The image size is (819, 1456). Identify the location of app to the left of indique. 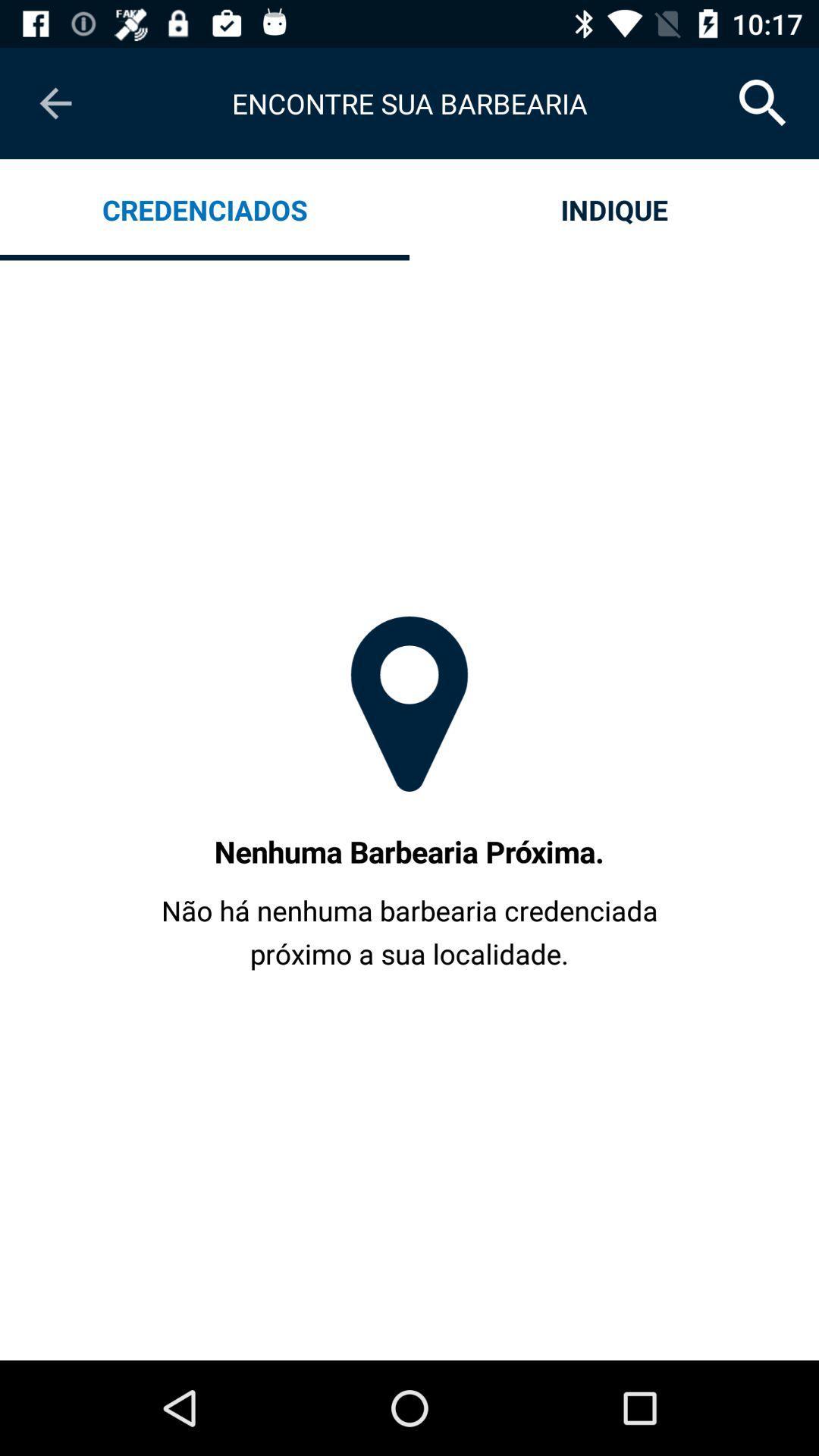
(205, 209).